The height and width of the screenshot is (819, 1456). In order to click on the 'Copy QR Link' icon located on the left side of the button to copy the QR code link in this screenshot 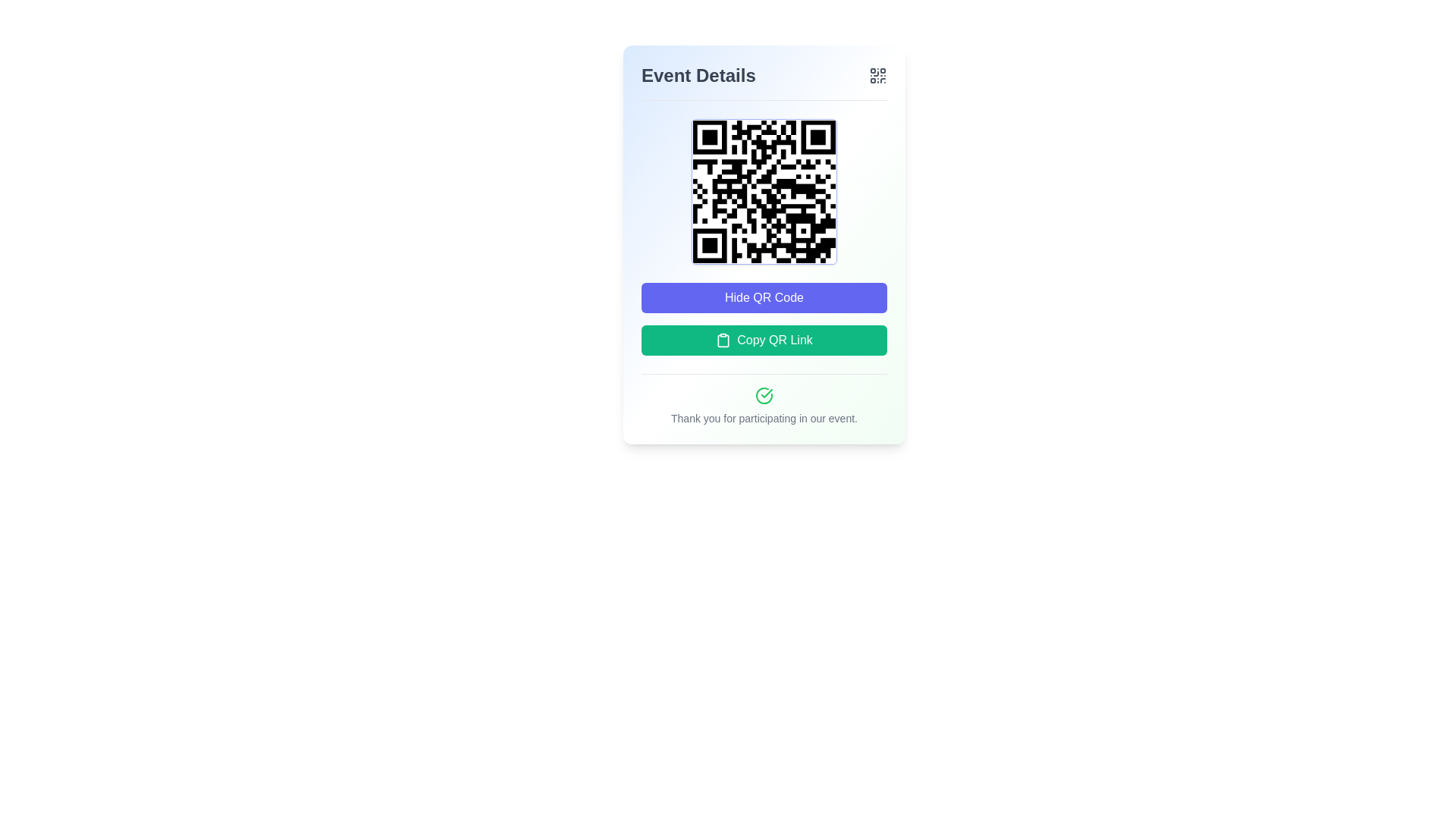, I will do `click(723, 339)`.